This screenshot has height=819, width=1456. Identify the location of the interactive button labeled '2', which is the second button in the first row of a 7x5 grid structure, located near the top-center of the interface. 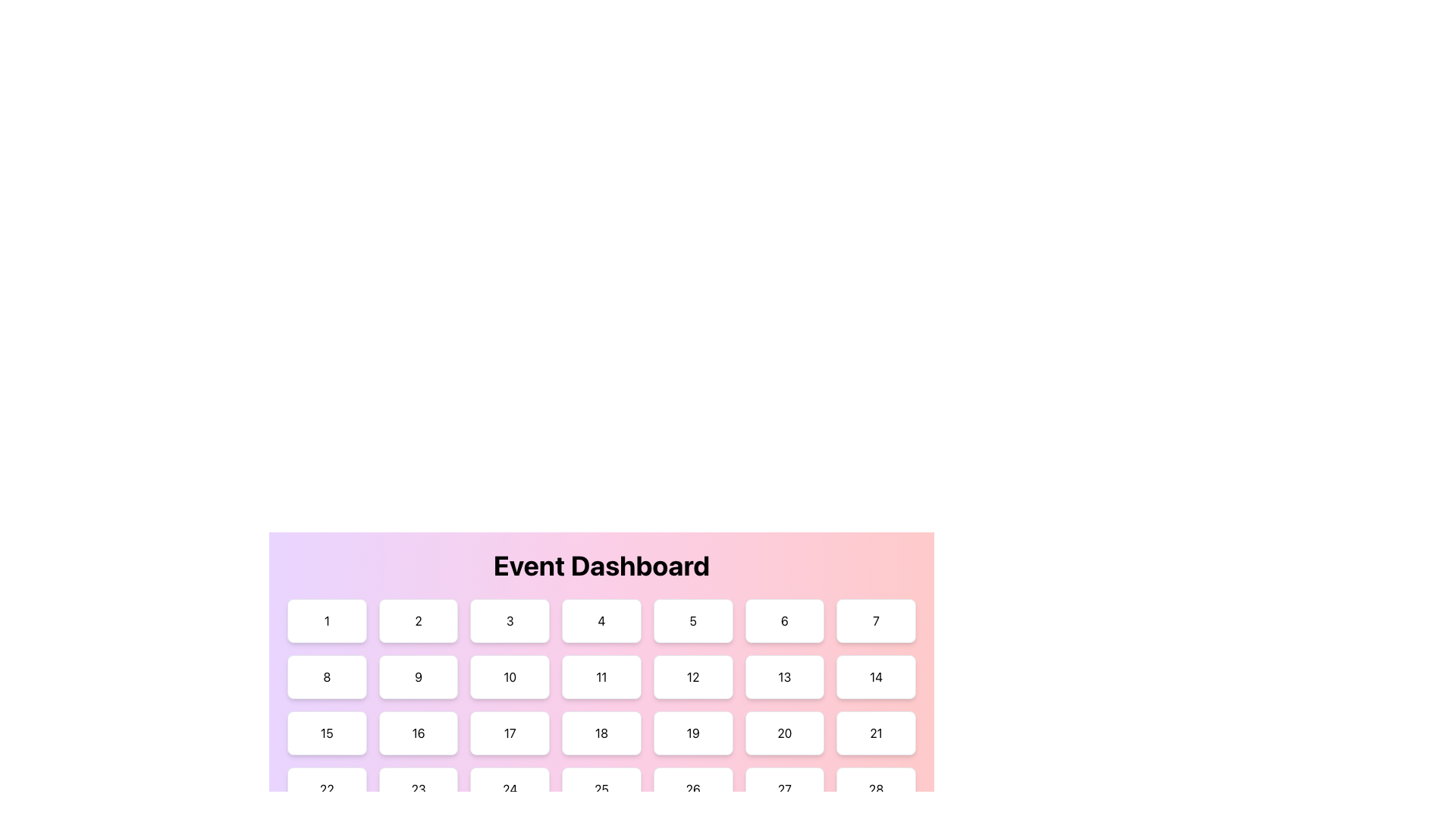
(419, 620).